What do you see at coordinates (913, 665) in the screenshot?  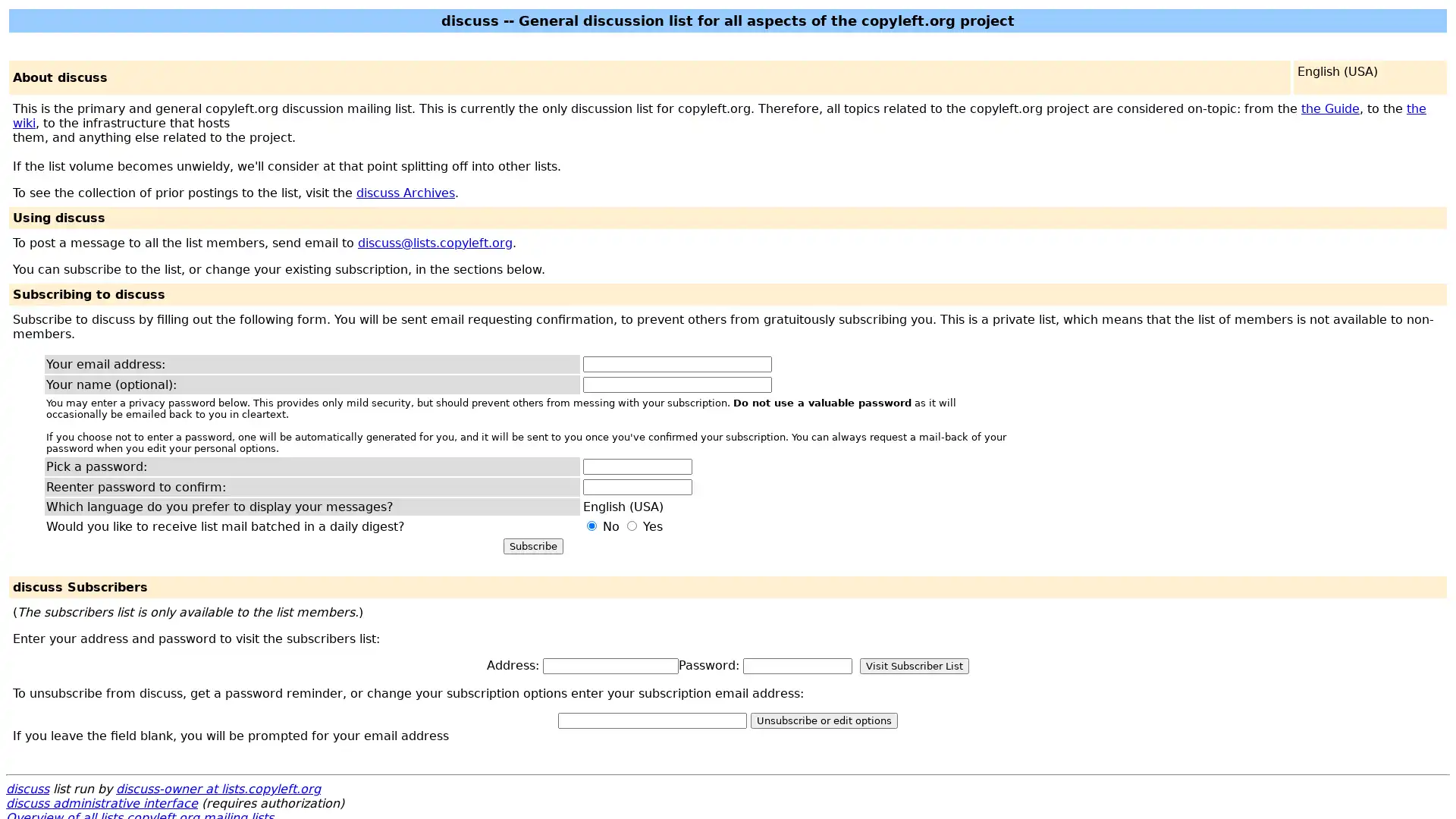 I see `Visit Subscriber List` at bounding box center [913, 665].